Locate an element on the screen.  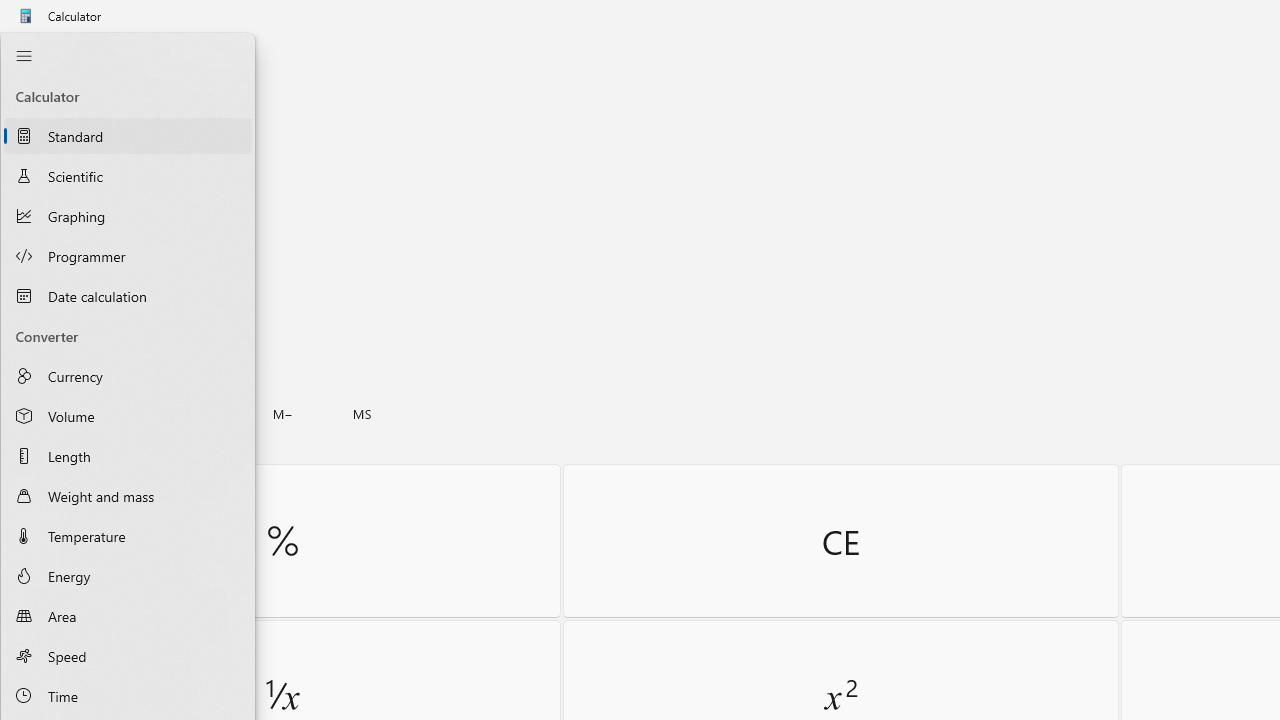
'Close Navigation' is located at coordinates (23, 55).